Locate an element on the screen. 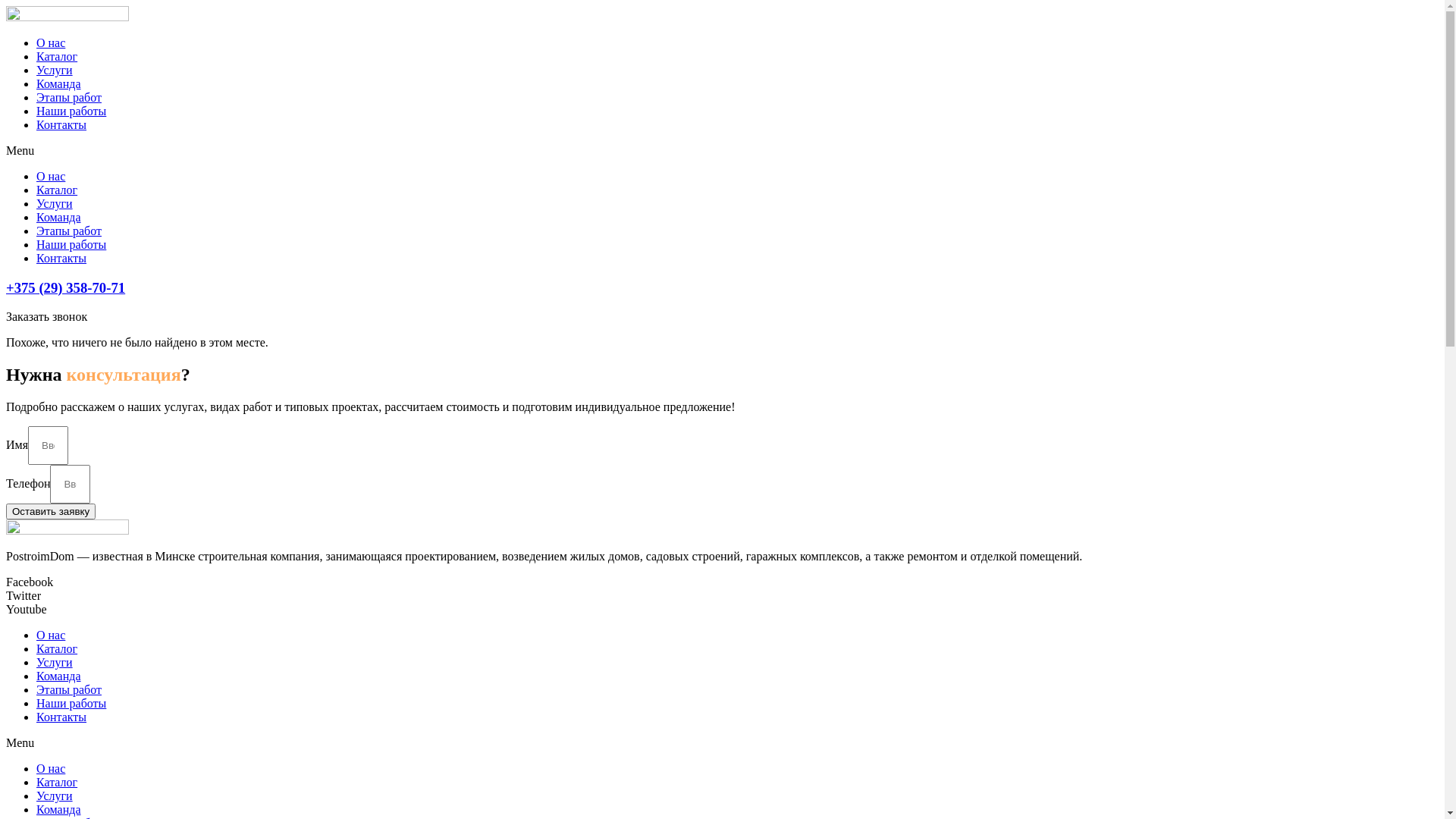  'Twitter' is located at coordinates (23, 595).